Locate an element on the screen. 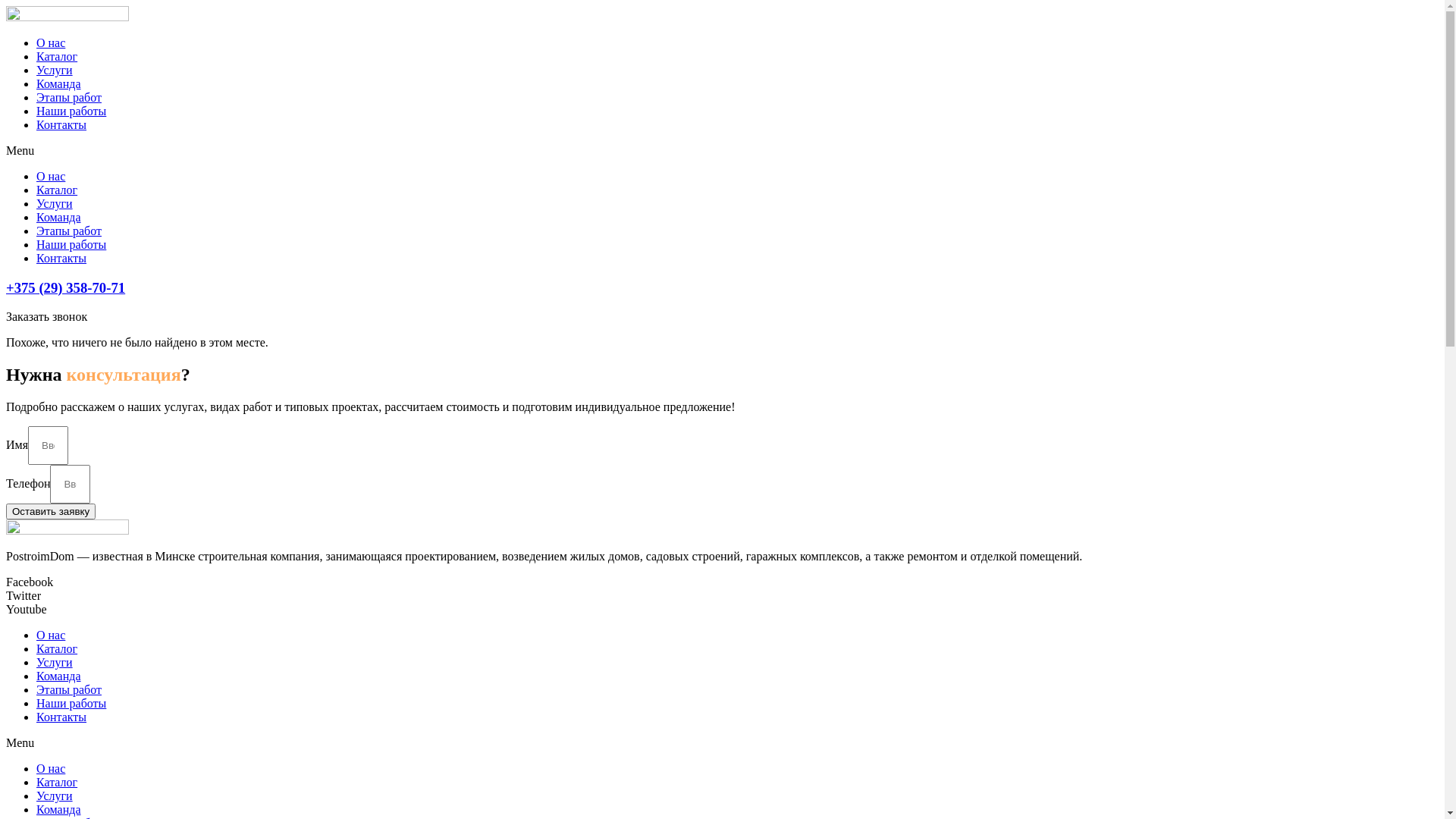  'Twitter' is located at coordinates (23, 595).